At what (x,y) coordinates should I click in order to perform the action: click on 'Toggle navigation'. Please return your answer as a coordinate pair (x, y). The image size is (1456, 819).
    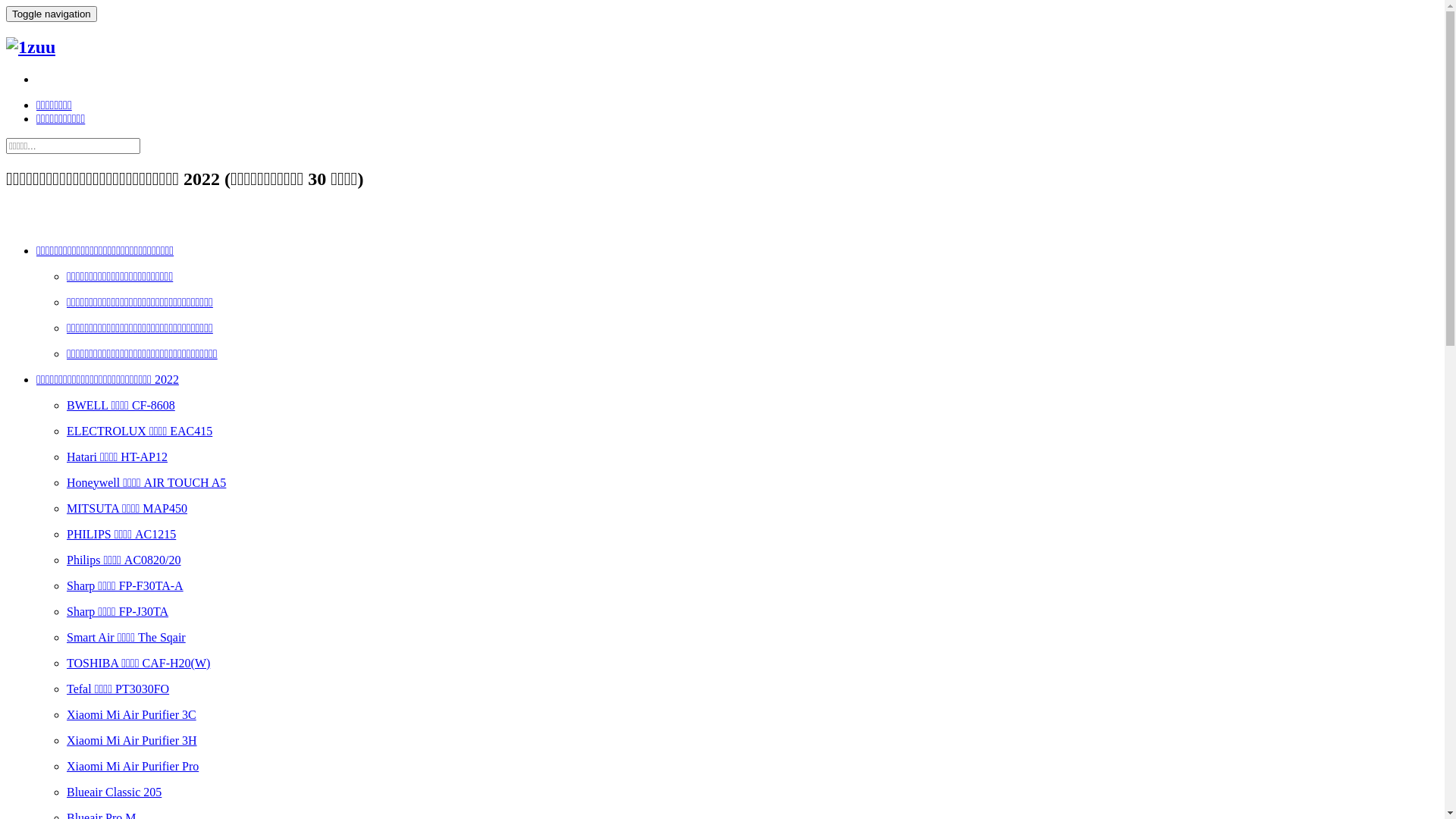
    Looking at the image, I should click on (51, 14).